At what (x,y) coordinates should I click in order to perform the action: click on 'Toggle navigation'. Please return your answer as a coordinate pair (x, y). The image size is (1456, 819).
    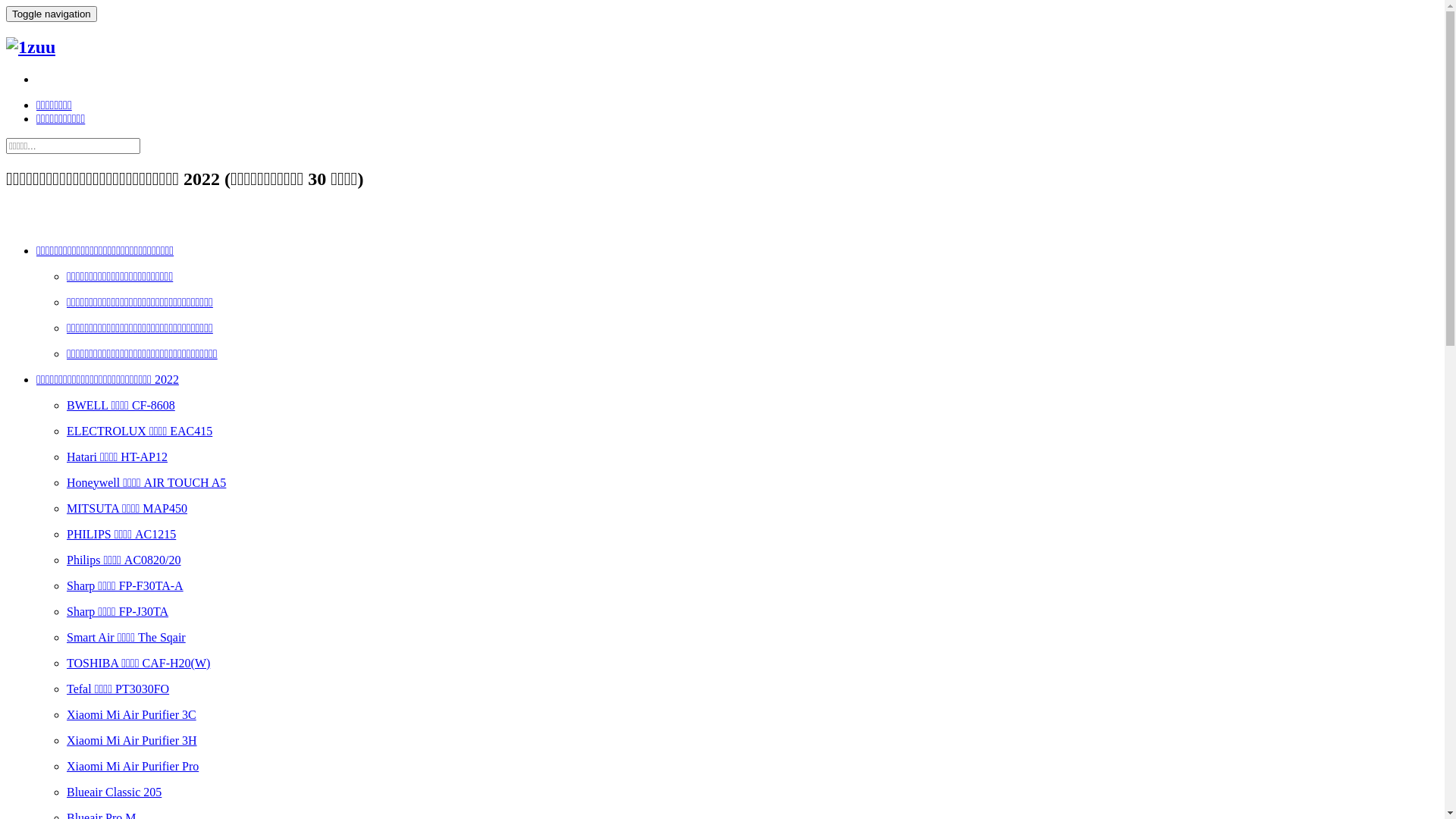
    Looking at the image, I should click on (51, 14).